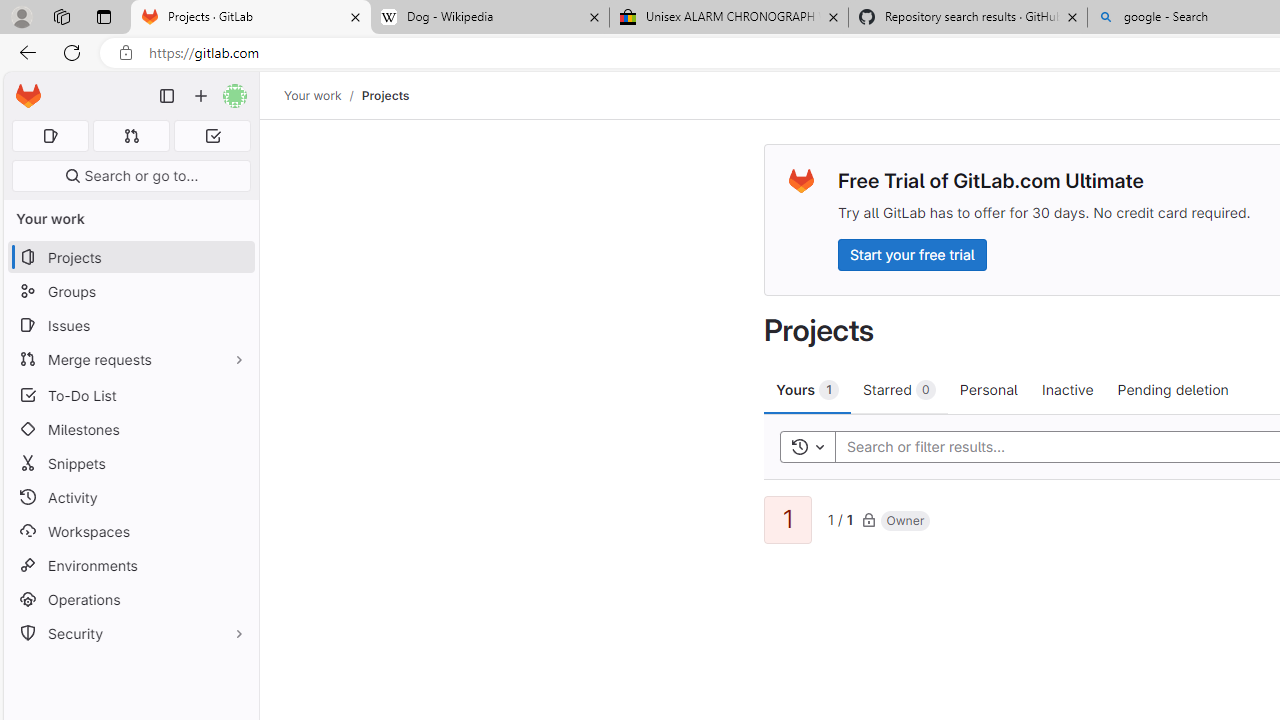  What do you see at coordinates (130, 428) in the screenshot?
I see `'Milestones'` at bounding box center [130, 428].